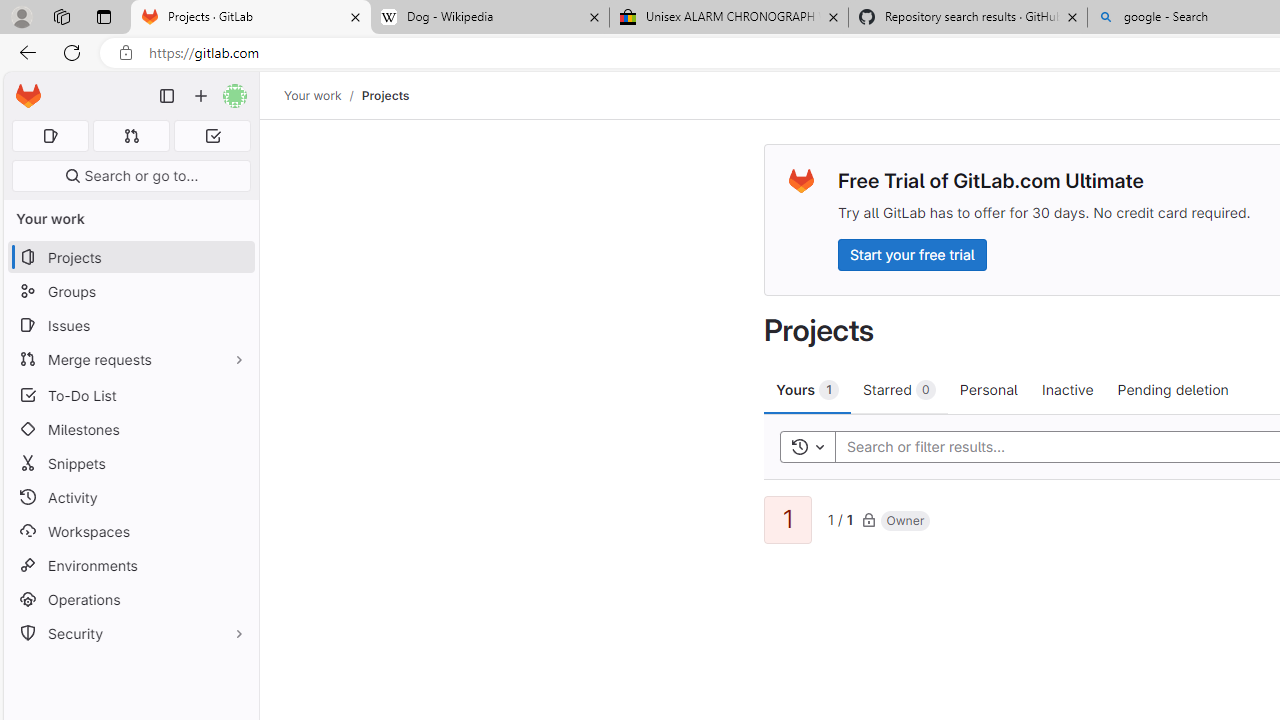  What do you see at coordinates (130, 428) in the screenshot?
I see `'Milestones'` at bounding box center [130, 428].